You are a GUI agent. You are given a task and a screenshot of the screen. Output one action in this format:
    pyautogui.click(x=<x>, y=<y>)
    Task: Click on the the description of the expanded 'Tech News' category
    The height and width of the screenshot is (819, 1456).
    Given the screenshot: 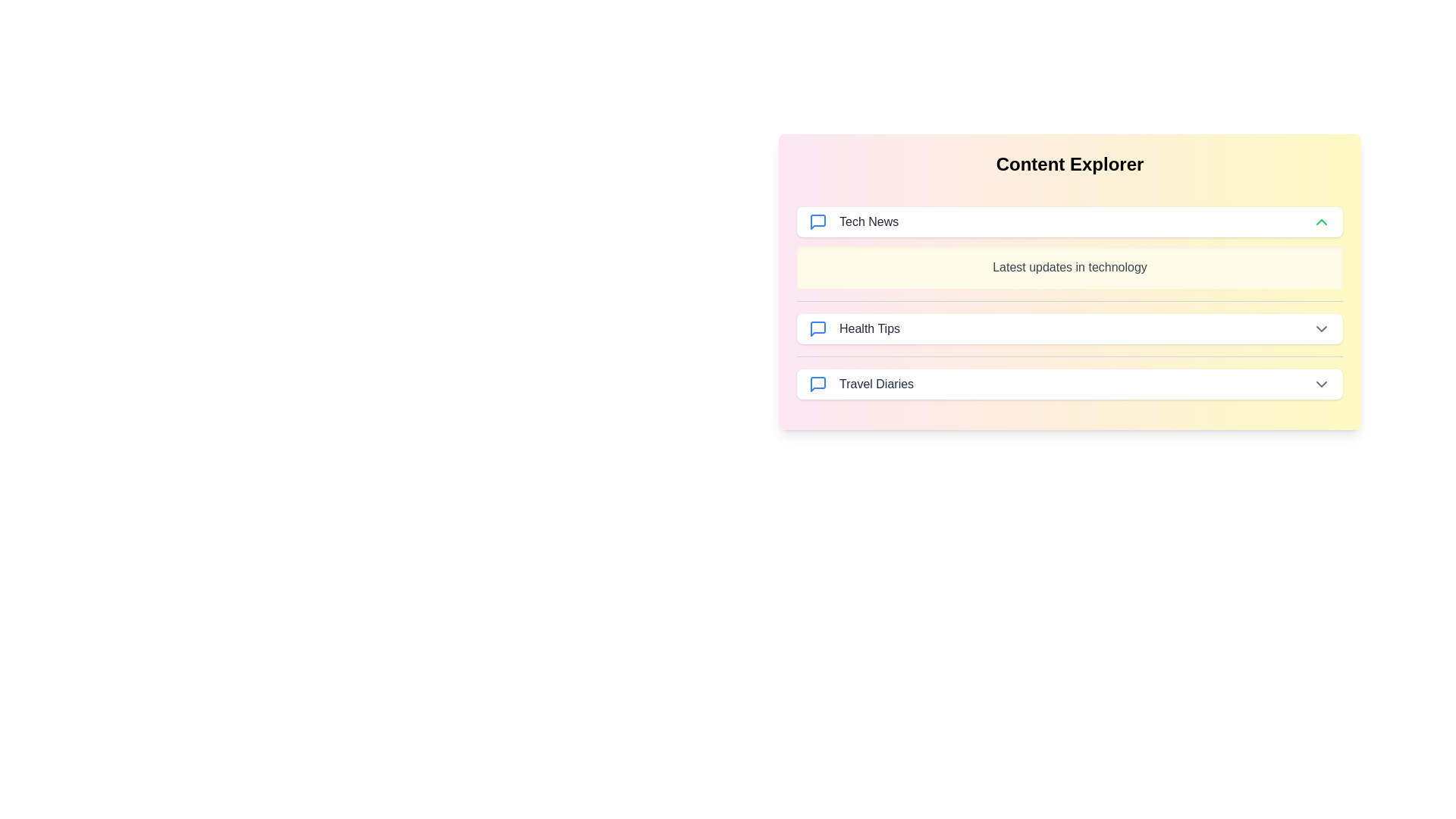 What is the action you would take?
    pyautogui.click(x=1069, y=267)
    